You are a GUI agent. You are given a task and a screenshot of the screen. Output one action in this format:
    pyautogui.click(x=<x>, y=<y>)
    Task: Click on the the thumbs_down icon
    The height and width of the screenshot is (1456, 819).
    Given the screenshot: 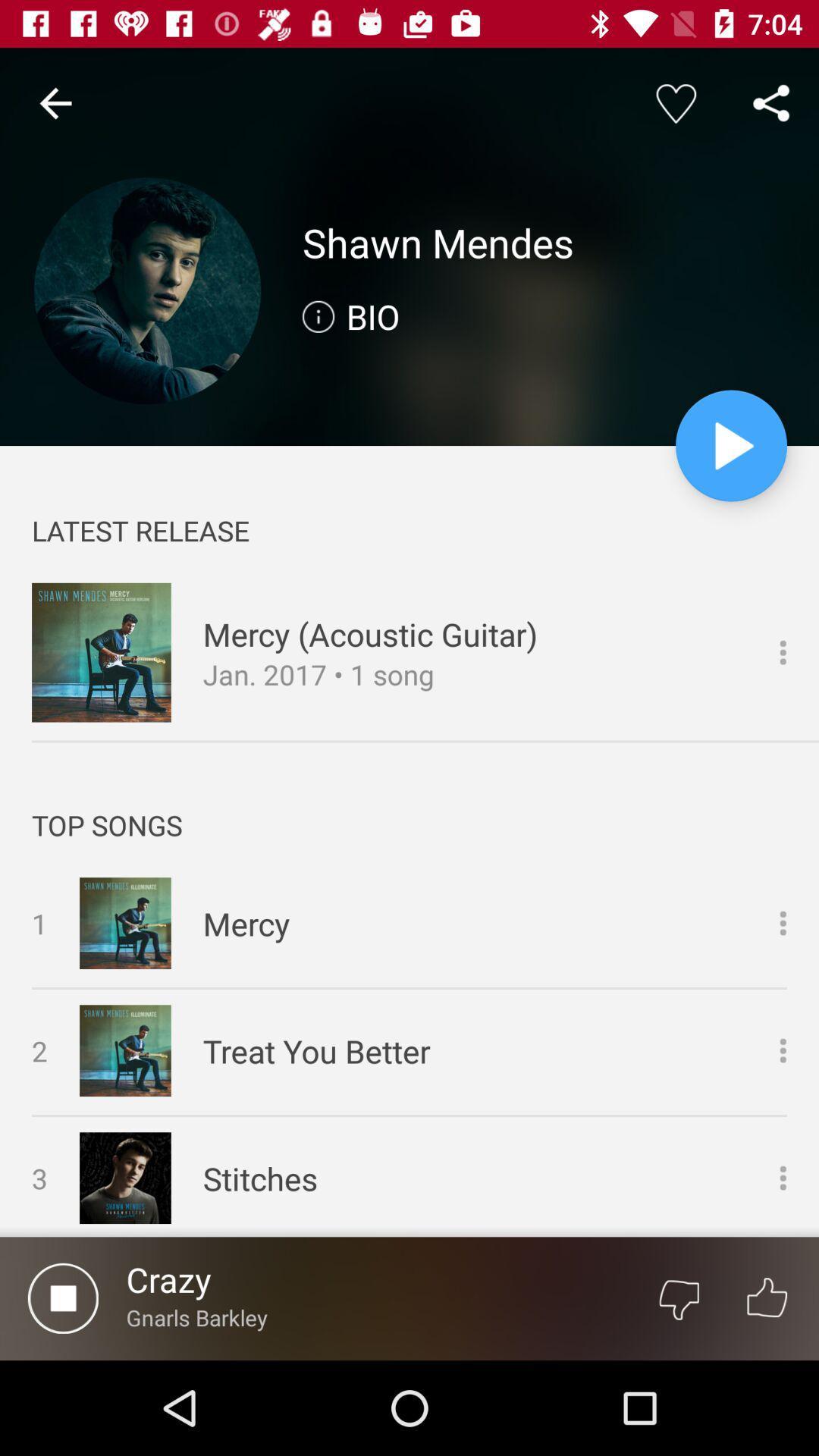 What is the action you would take?
    pyautogui.click(x=678, y=1298)
    